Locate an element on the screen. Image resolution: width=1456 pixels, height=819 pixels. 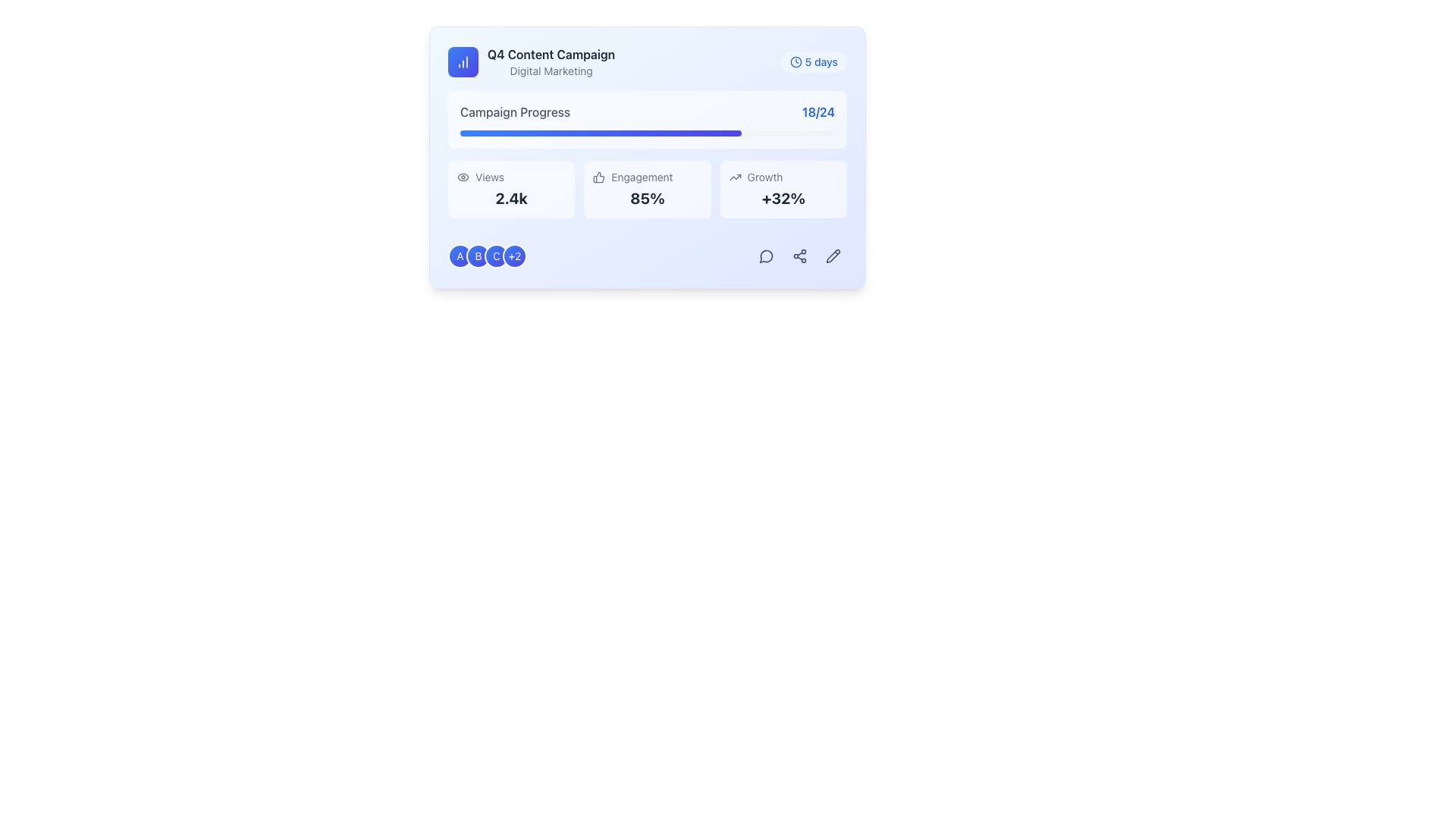
the Icon button with a bar chart icon, which is a square-shaped button with rounded corners, featuring a blue is located at coordinates (462, 61).